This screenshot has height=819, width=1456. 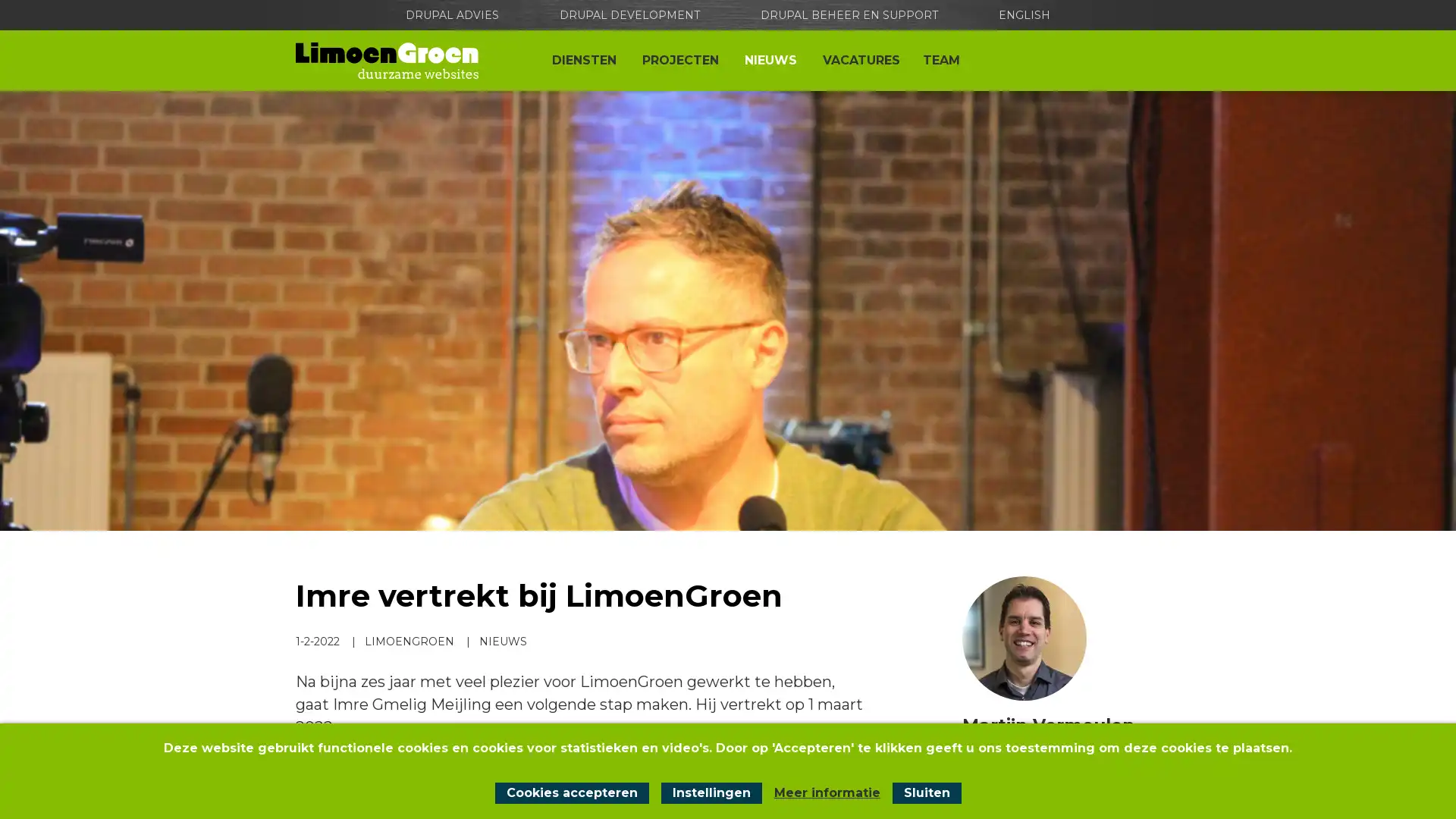 What do you see at coordinates (570, 792) in the screenshot?
I see `Cookies accepteren` at bounding box center [570, 792].